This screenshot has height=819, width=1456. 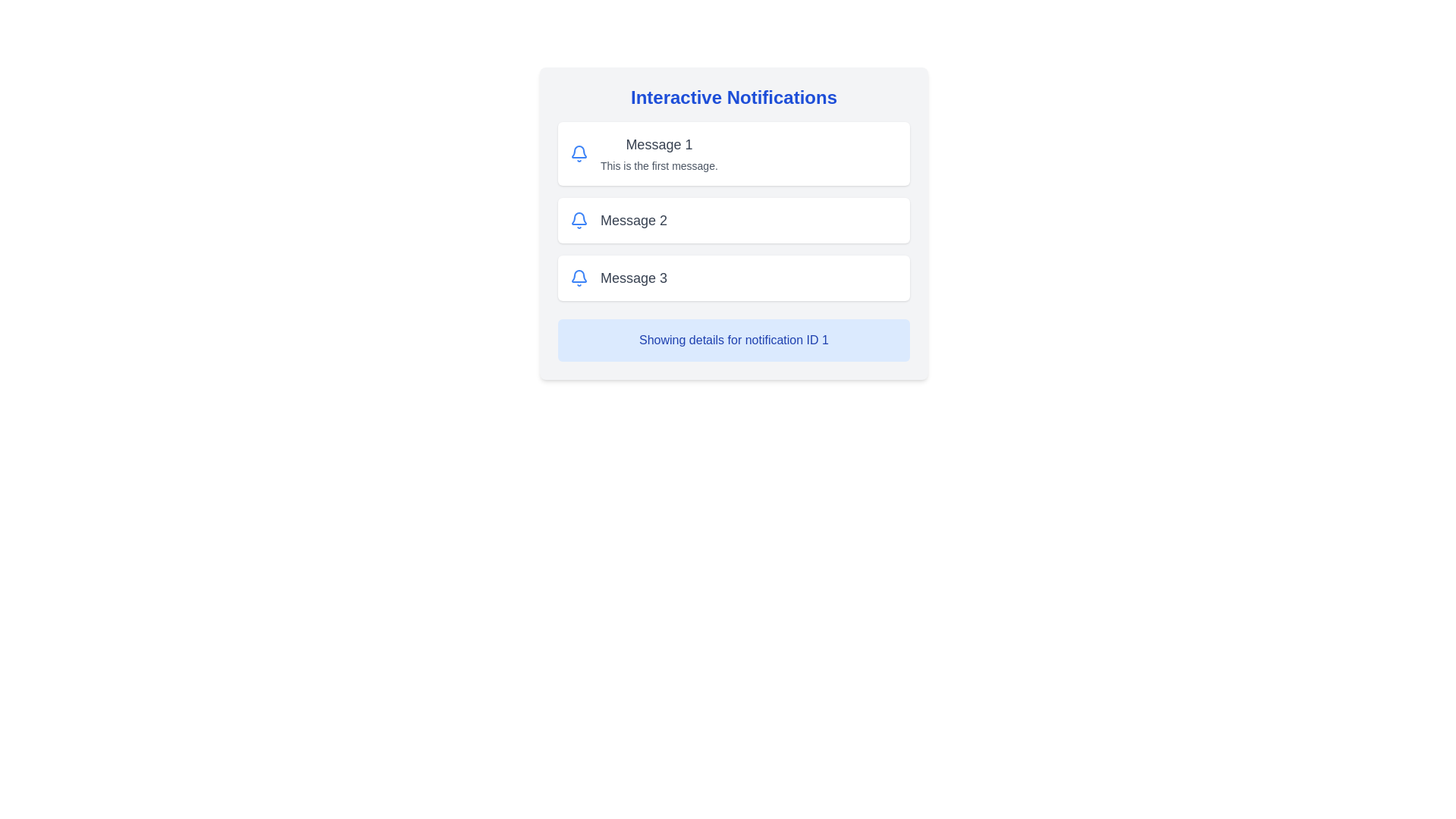 I want to click on the message text that reads 'This is the first message.' located below the heading 'Message 1' in the first notification block of the 'Interactive Notifications' card, so click(x=659, y=166).